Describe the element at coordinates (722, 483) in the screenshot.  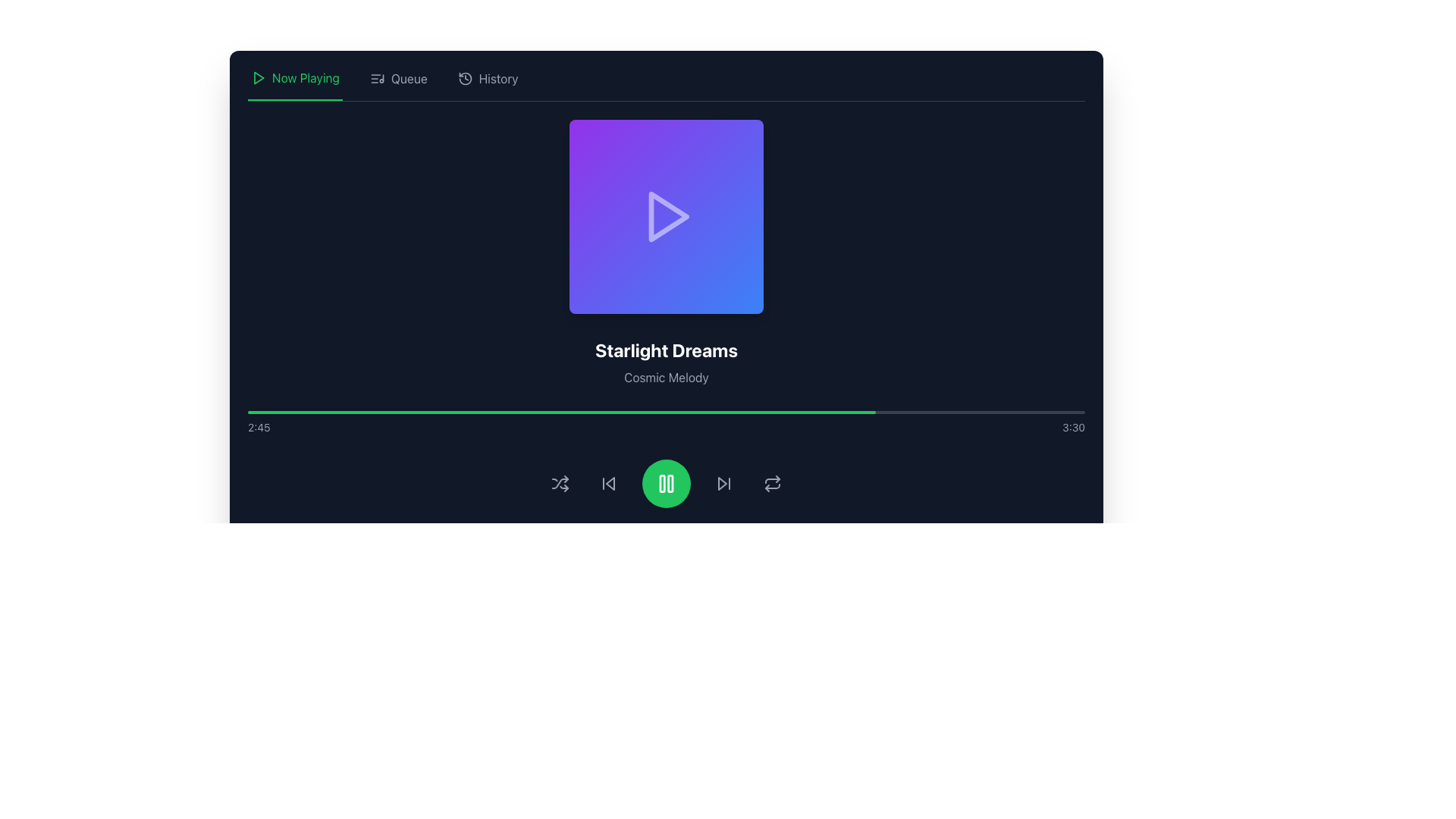
I see `the 'skip forward' icon located in the playback control bar, positioned to the right of the play button, to advance to the next track` at that location.